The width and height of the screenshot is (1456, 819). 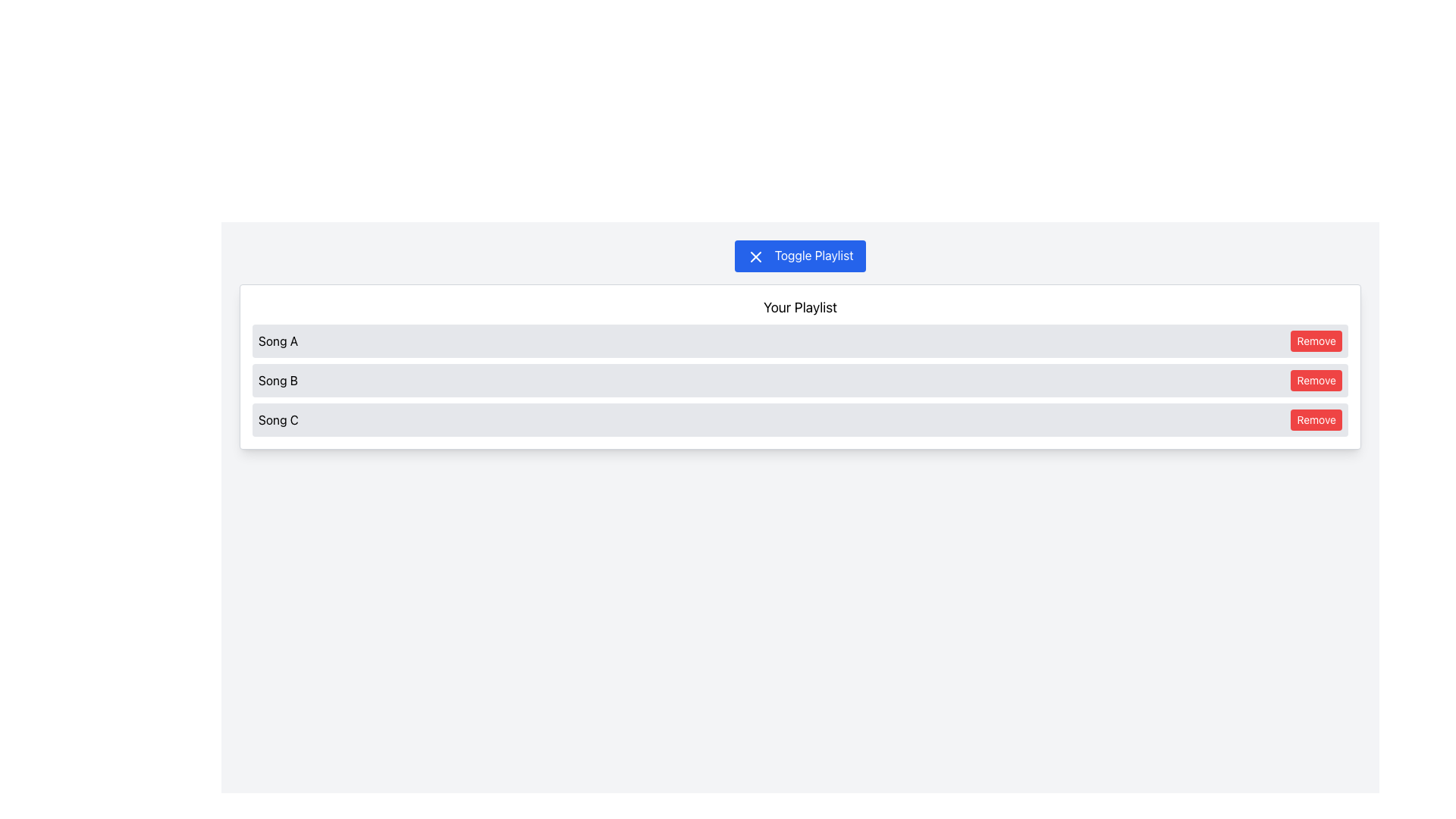 What do you see at coordinates (278, 419) in the screenshot?
I see `the static text displaying the title of the song 'Song C' in the playlist interface` at bounding box center [278, 419].